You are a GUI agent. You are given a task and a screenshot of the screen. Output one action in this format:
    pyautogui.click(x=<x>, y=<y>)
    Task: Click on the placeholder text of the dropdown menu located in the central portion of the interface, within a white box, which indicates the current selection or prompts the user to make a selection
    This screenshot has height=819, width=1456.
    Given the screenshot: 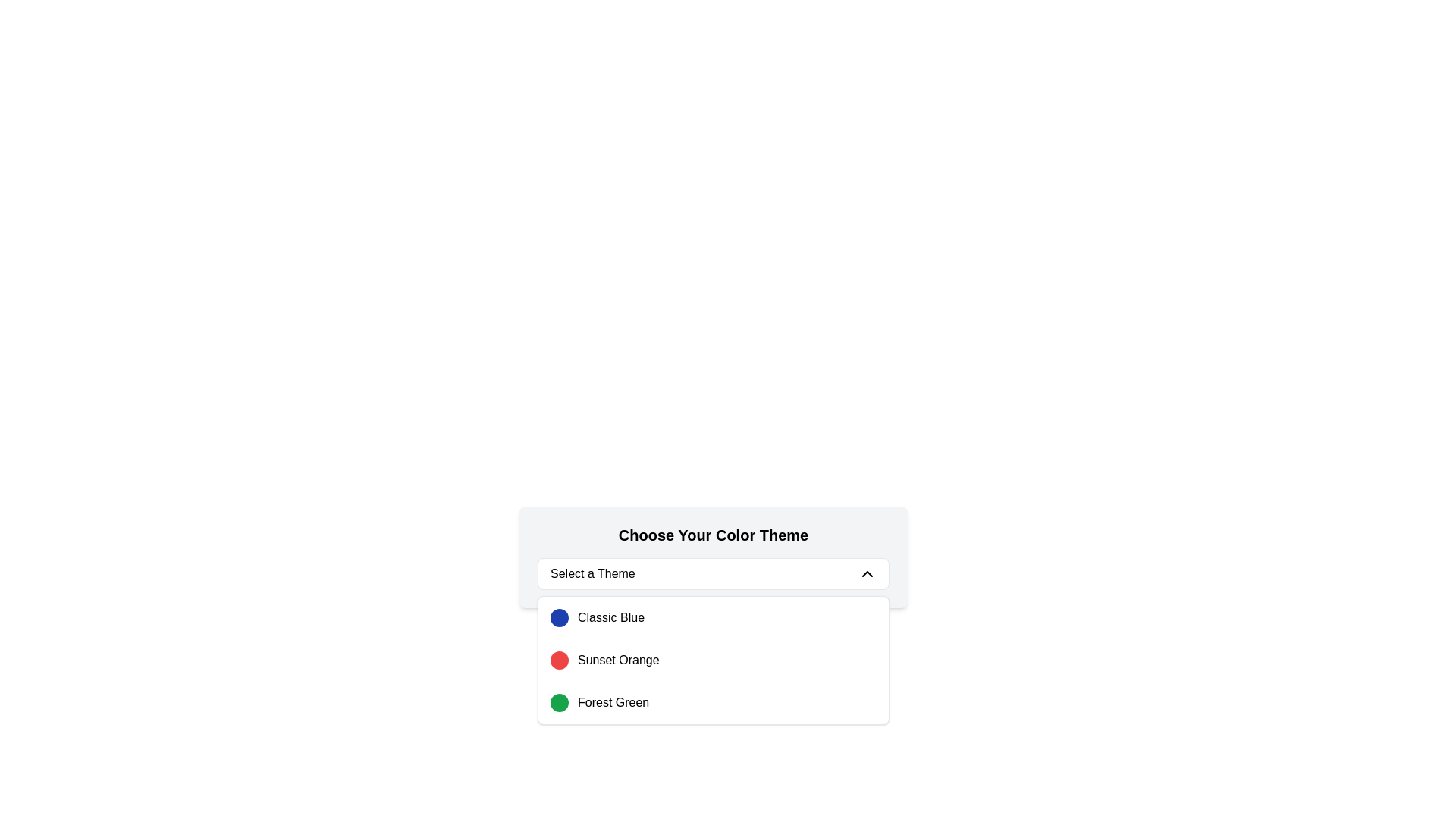 What is the action you would take?
    pyautogui.click(x=591, y=573)
    